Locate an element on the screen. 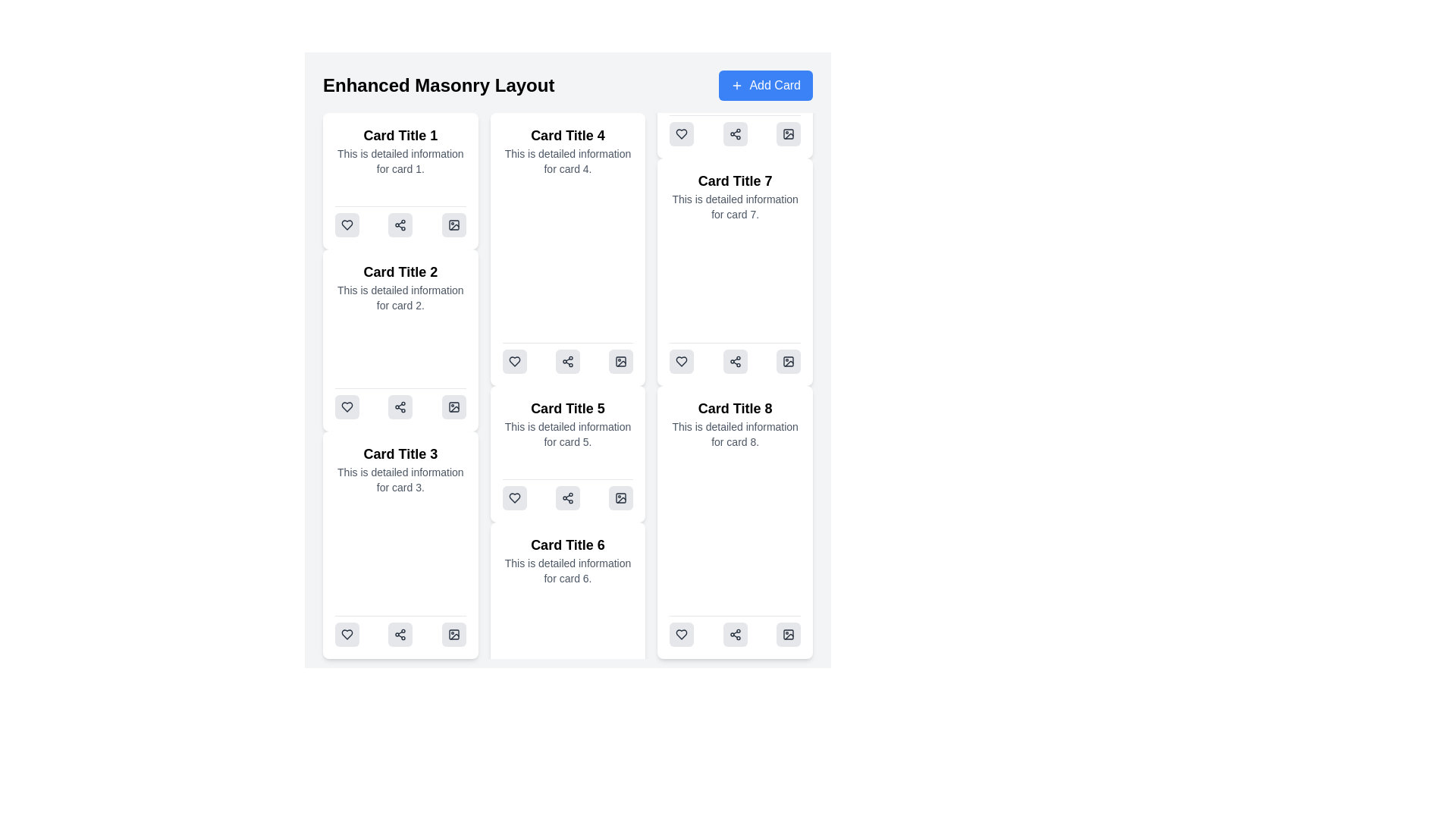 This screenshot has width=1456, height=819. the text snippet displaying 'This is detailed information for card 5.' which is styled with a small font size and gray color, located under the title 'Card Title 5' in the third column of a masonry grid layout is located at coordinates (566, 435).